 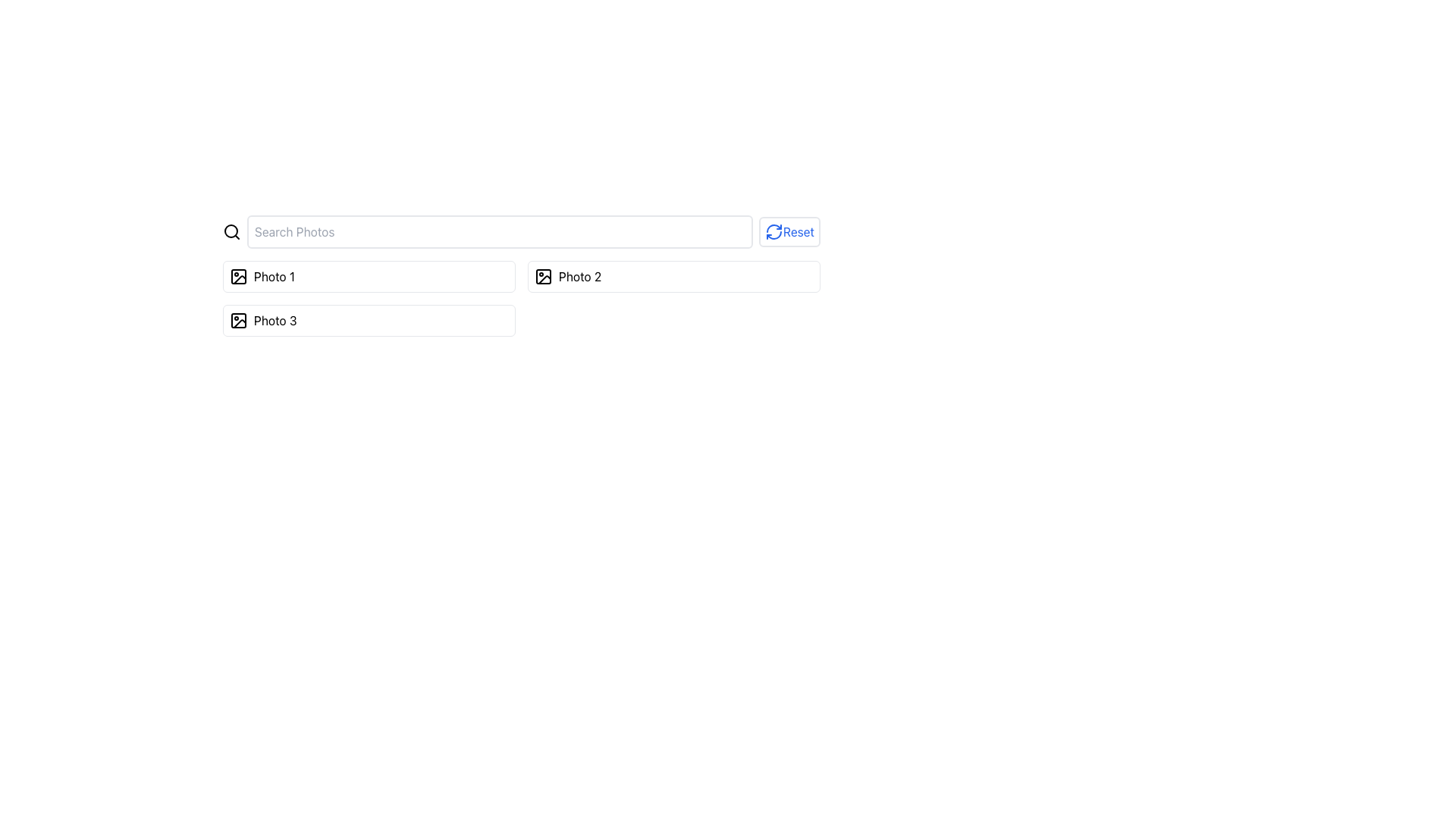 I want to click on the magnifying glass icon to initiate a search query, so click(x=231, y=231).